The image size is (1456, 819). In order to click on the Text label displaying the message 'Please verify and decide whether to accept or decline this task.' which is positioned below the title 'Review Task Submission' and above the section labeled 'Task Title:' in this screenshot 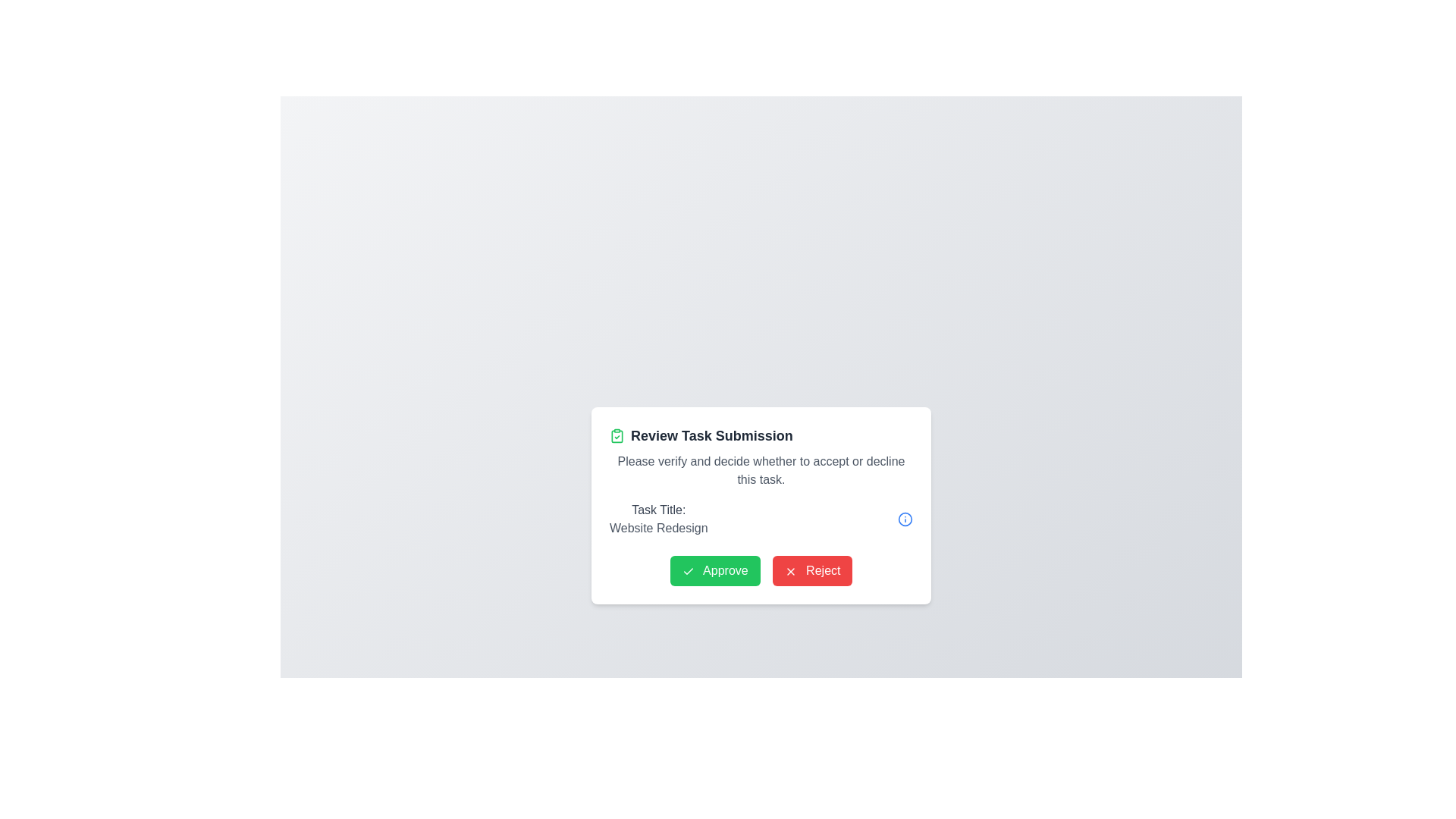, I will do `click(761, 470)`.